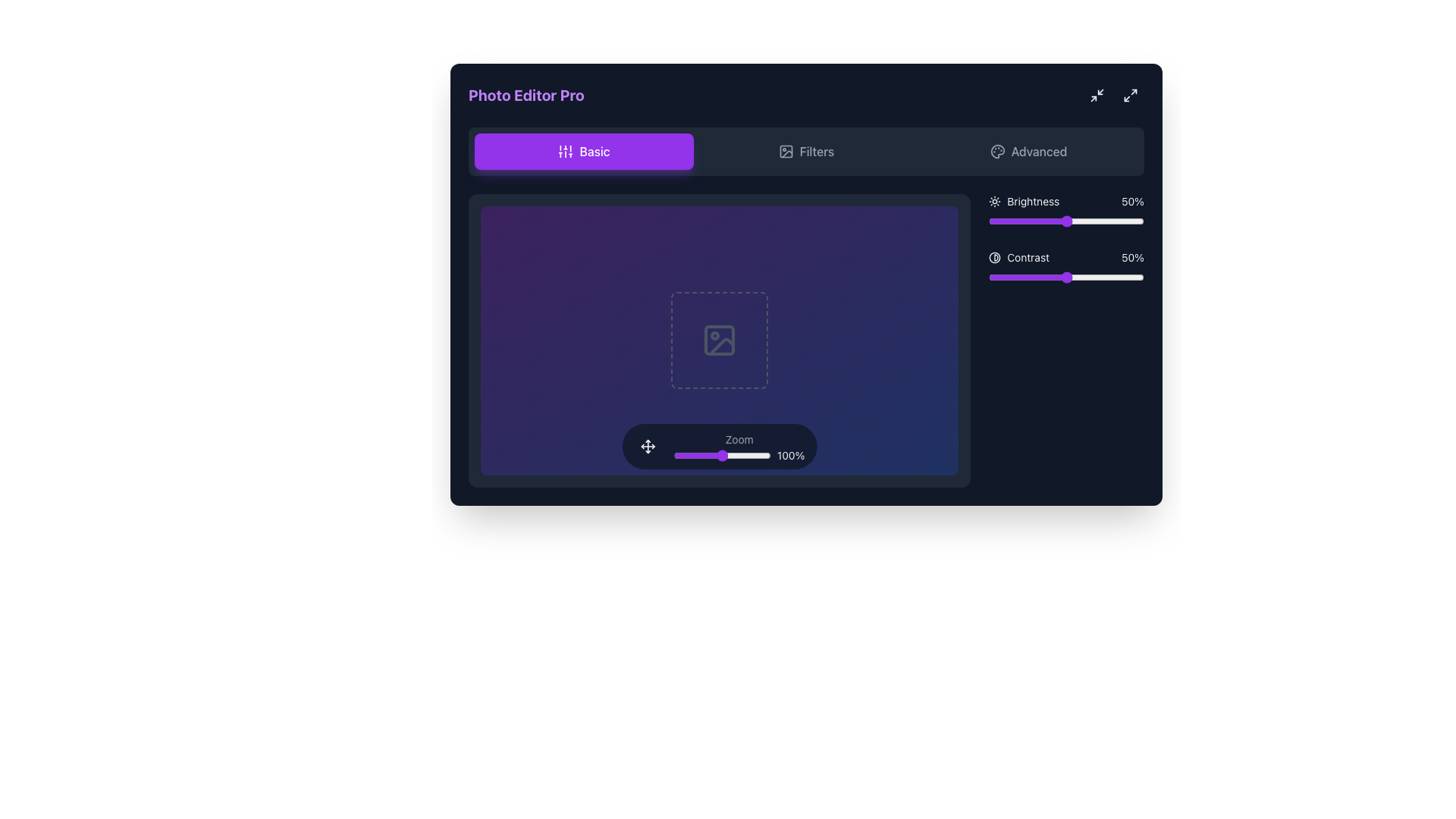 The image size is (1456, 819). What do you see at coordinates (1102, 278) in the screenshot?
I see `the slider` at bounding box center [1102, 278].